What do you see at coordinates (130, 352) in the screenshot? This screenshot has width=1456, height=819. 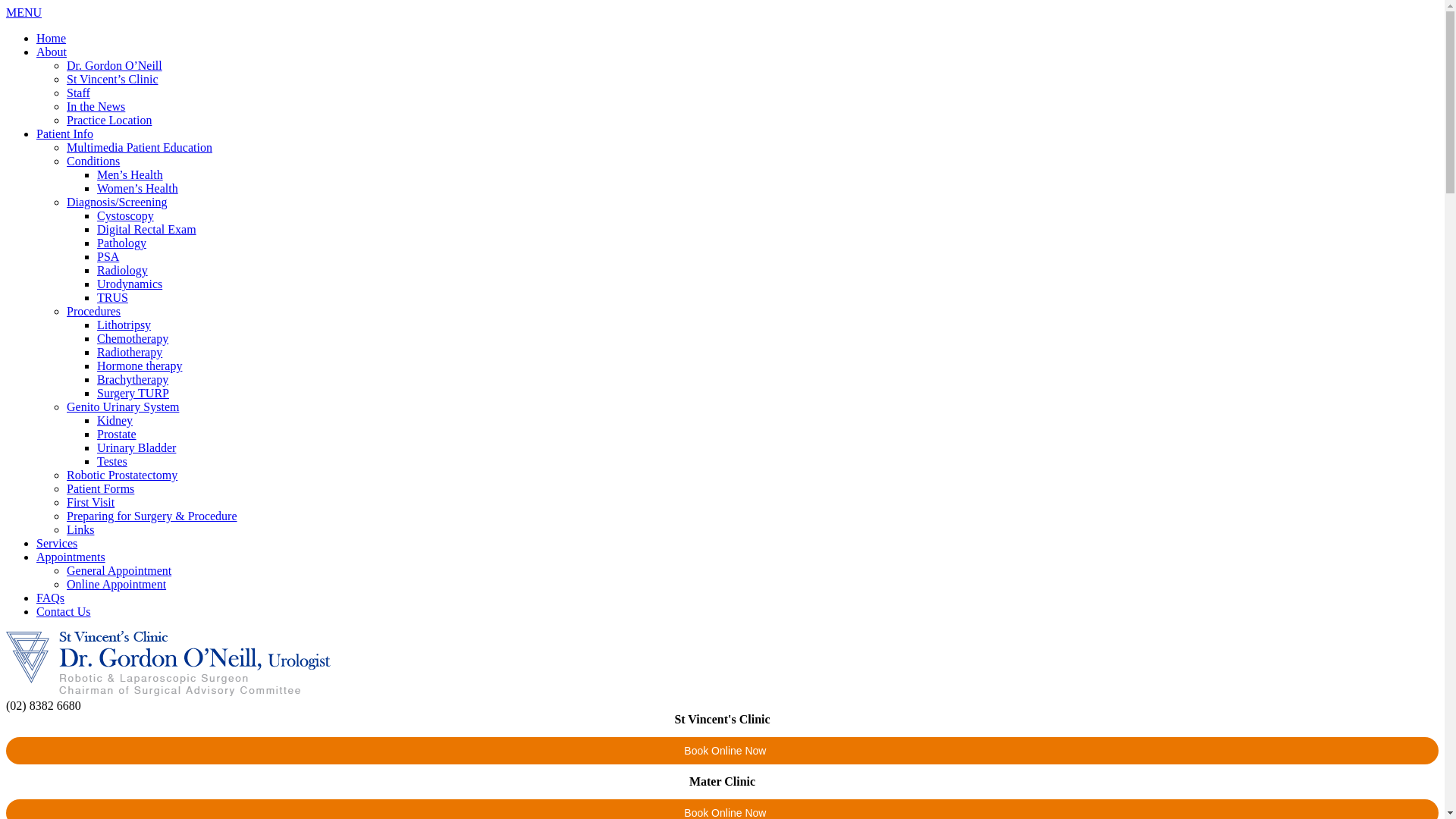 I see `'Radiotherapy'` at bounding box center [130, 352].